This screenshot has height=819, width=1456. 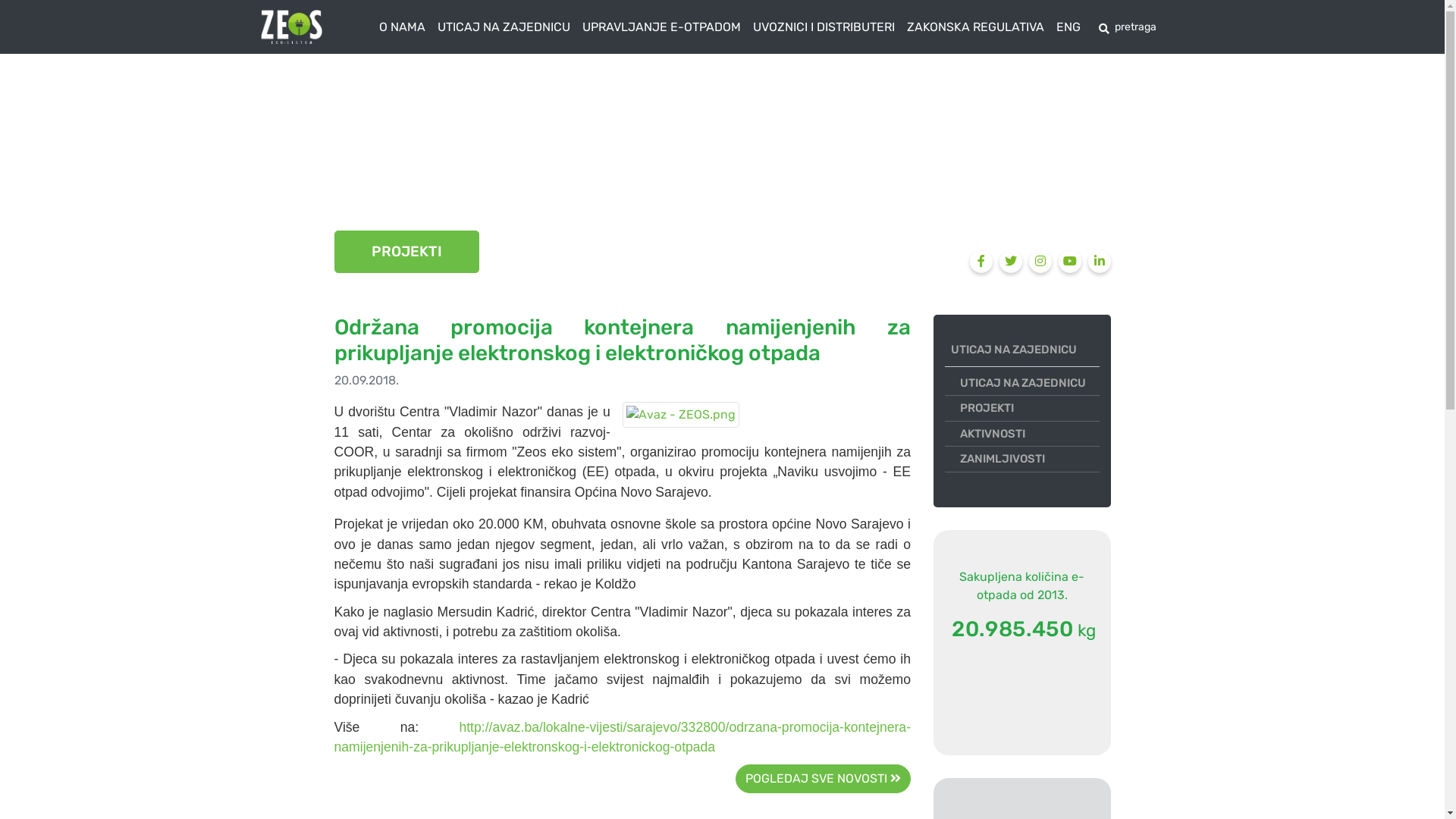 I want to click on 'ZAKONSKA REGULATIVA', so click(x=975, y=27).